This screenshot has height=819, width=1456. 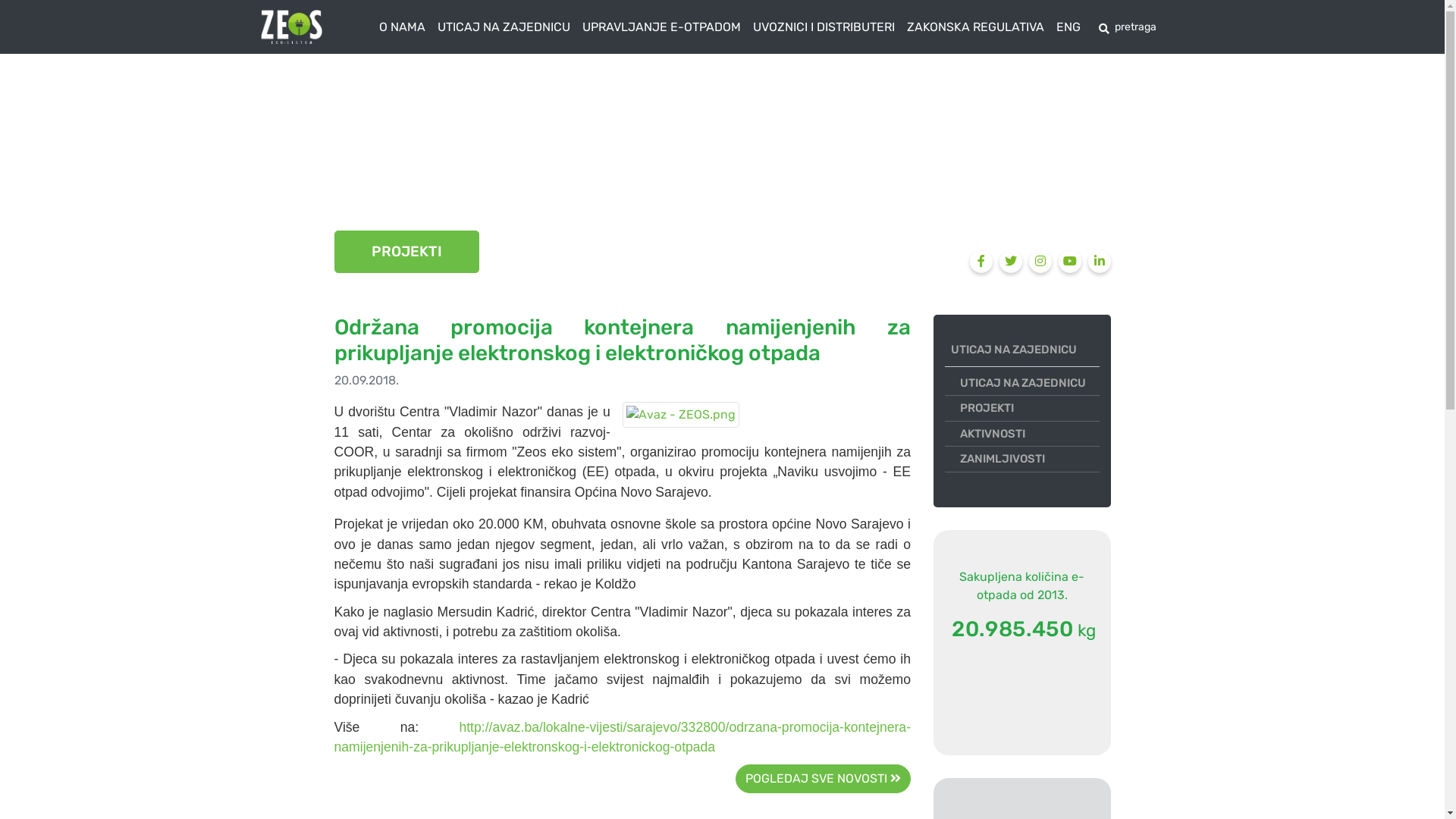 I want to click on 'ZAKONSKA REGULATIVA', so click(x=975, y=27).